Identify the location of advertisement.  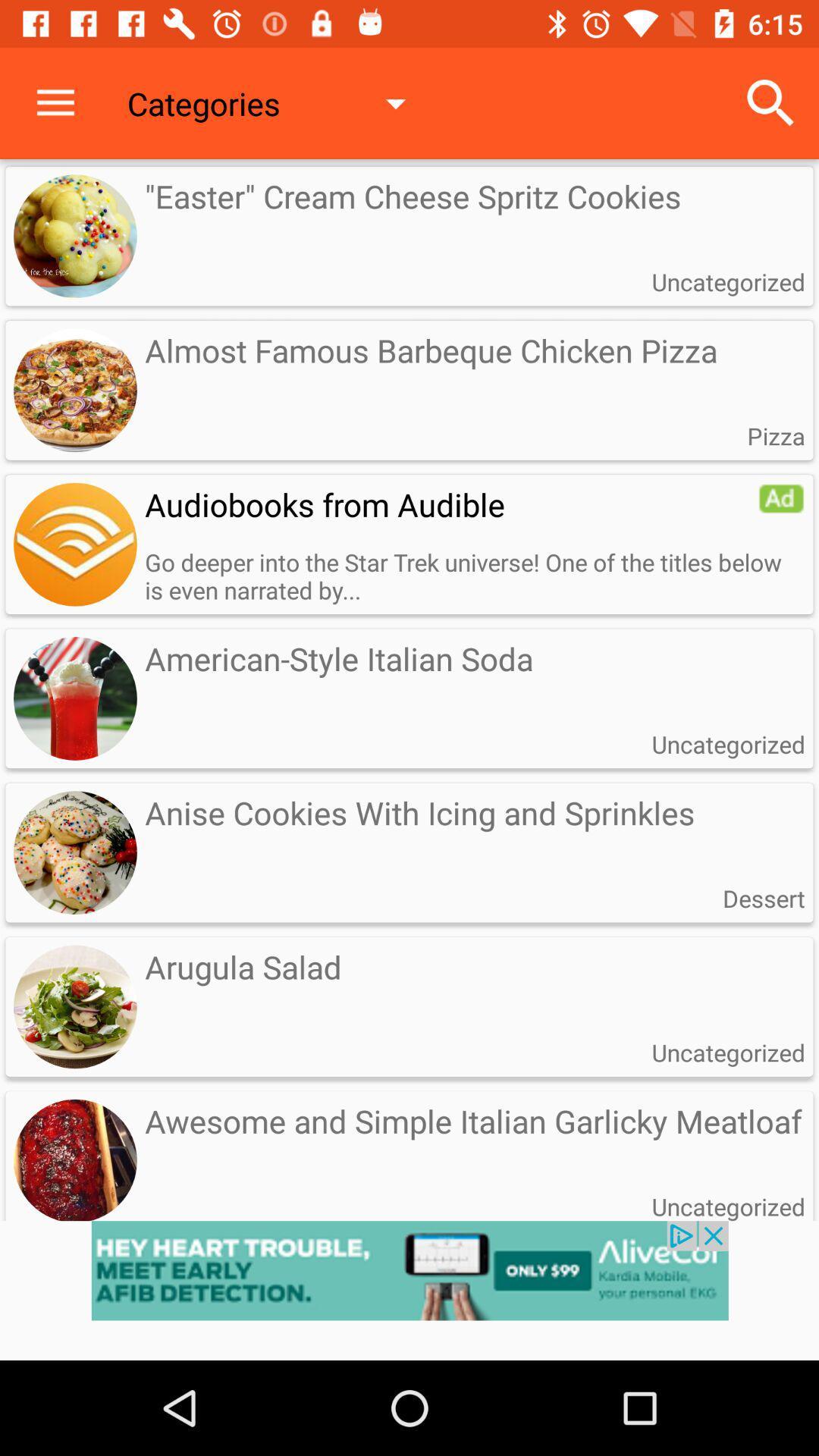
(781, 498).